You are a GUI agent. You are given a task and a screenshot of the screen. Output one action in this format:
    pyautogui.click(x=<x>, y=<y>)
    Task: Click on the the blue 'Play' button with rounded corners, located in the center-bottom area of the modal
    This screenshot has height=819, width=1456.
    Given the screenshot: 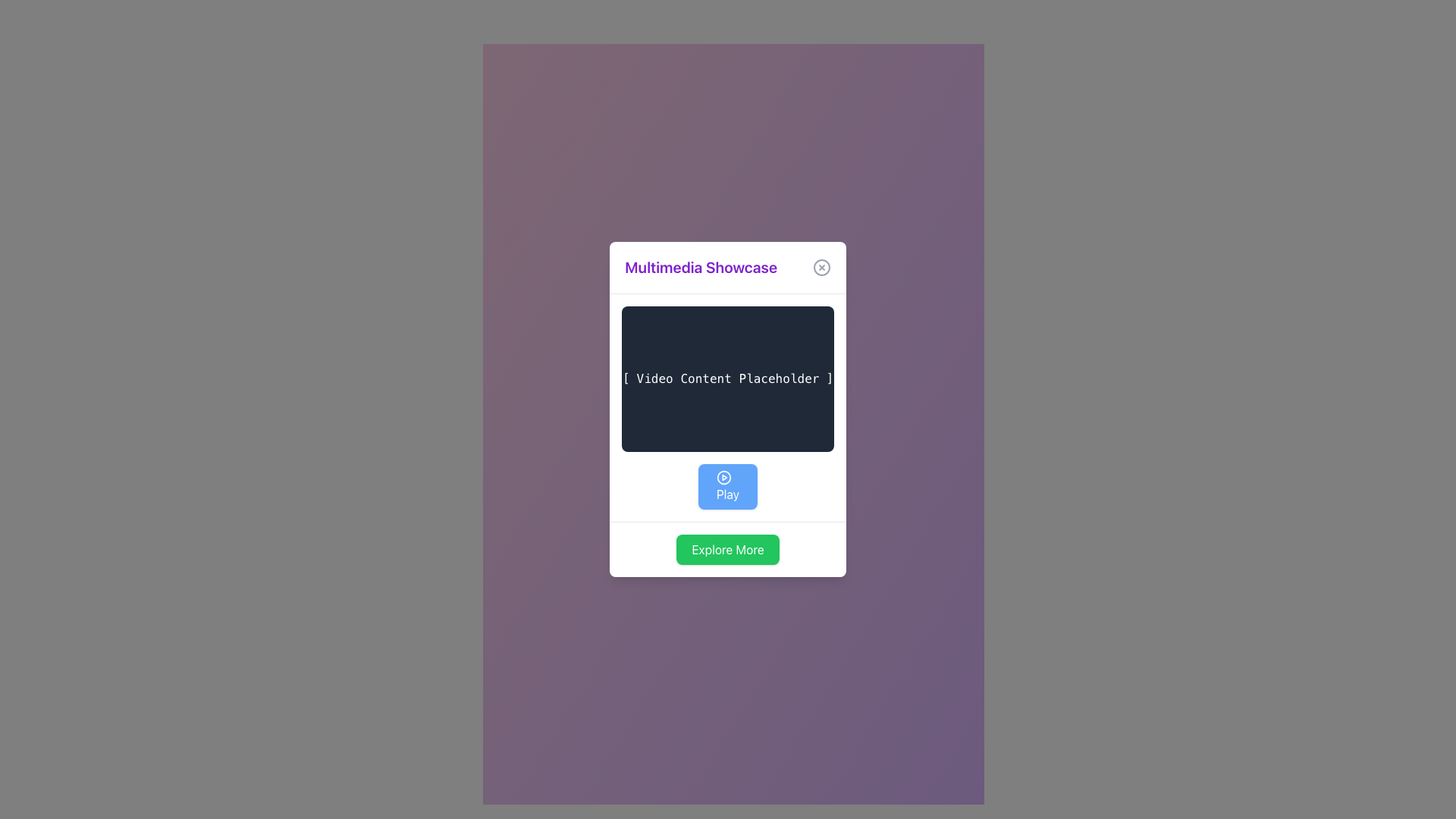 What is the action you would take?
    pyautogui.click(x=728, y=486)
    